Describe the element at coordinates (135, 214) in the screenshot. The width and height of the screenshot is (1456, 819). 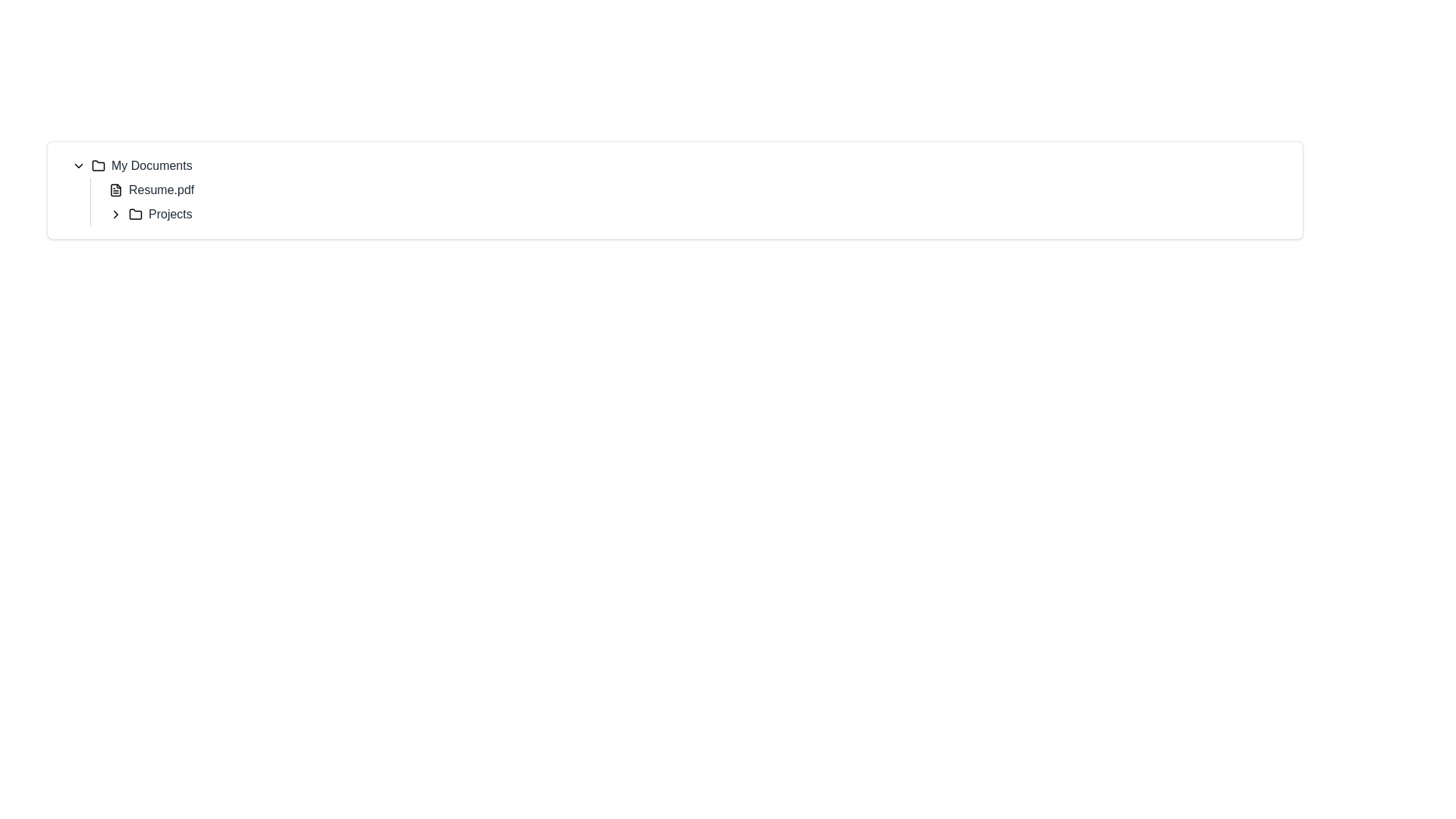
I see `the second visual icon representing a folder associated with the 'Projects' entry, positioned to the left of the text labeled 'Projects' and to the right of a chevron indicator icon` at that location.